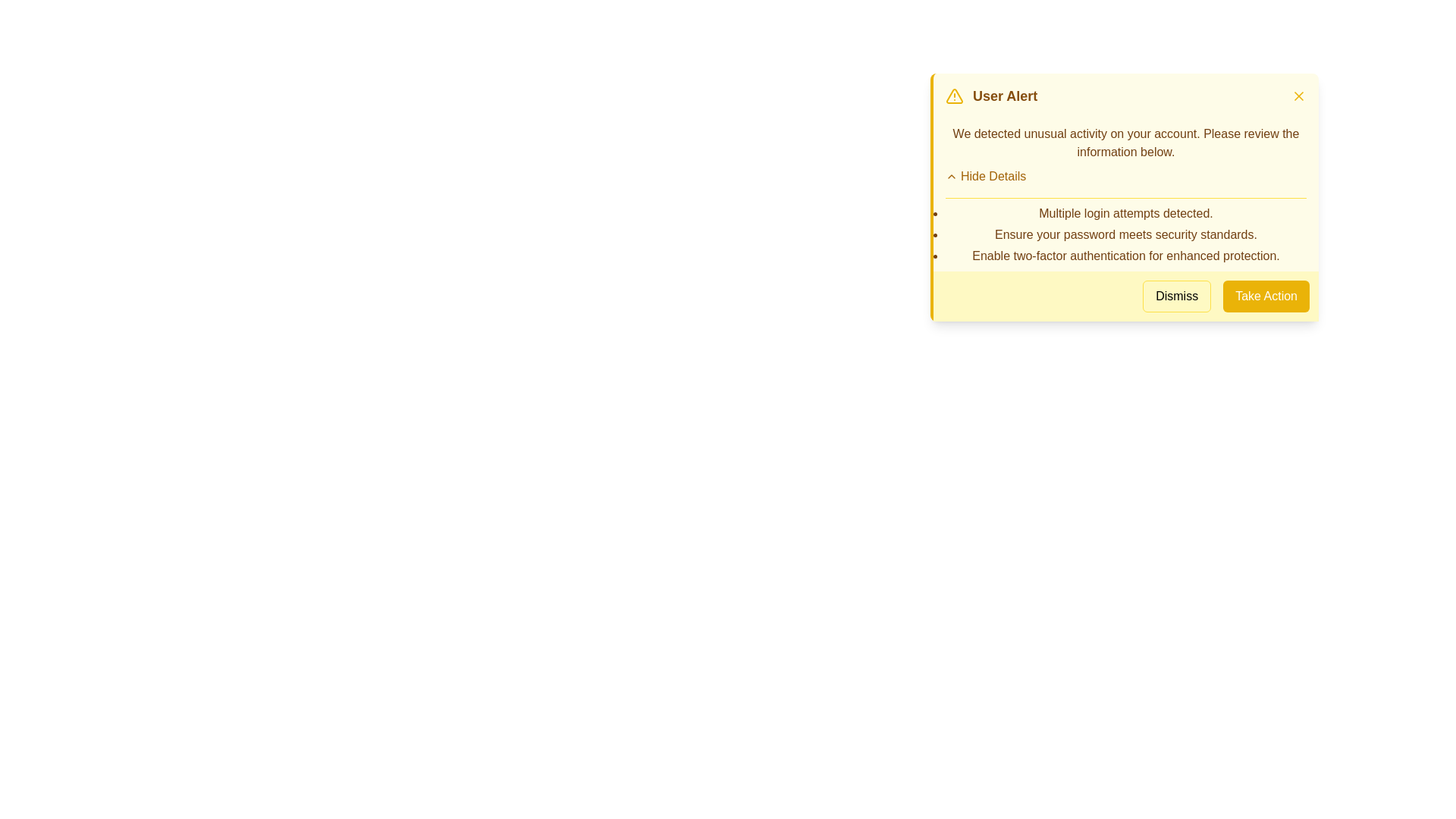 The image size is (1456, 819). What do you see at coordinates (1266, 296) in the screenshot?
I see `the 'Take Action' button located in the bottom-right corner of the yellow alert box to initiate the action related to the alert` at bounding box center [1266, 296].